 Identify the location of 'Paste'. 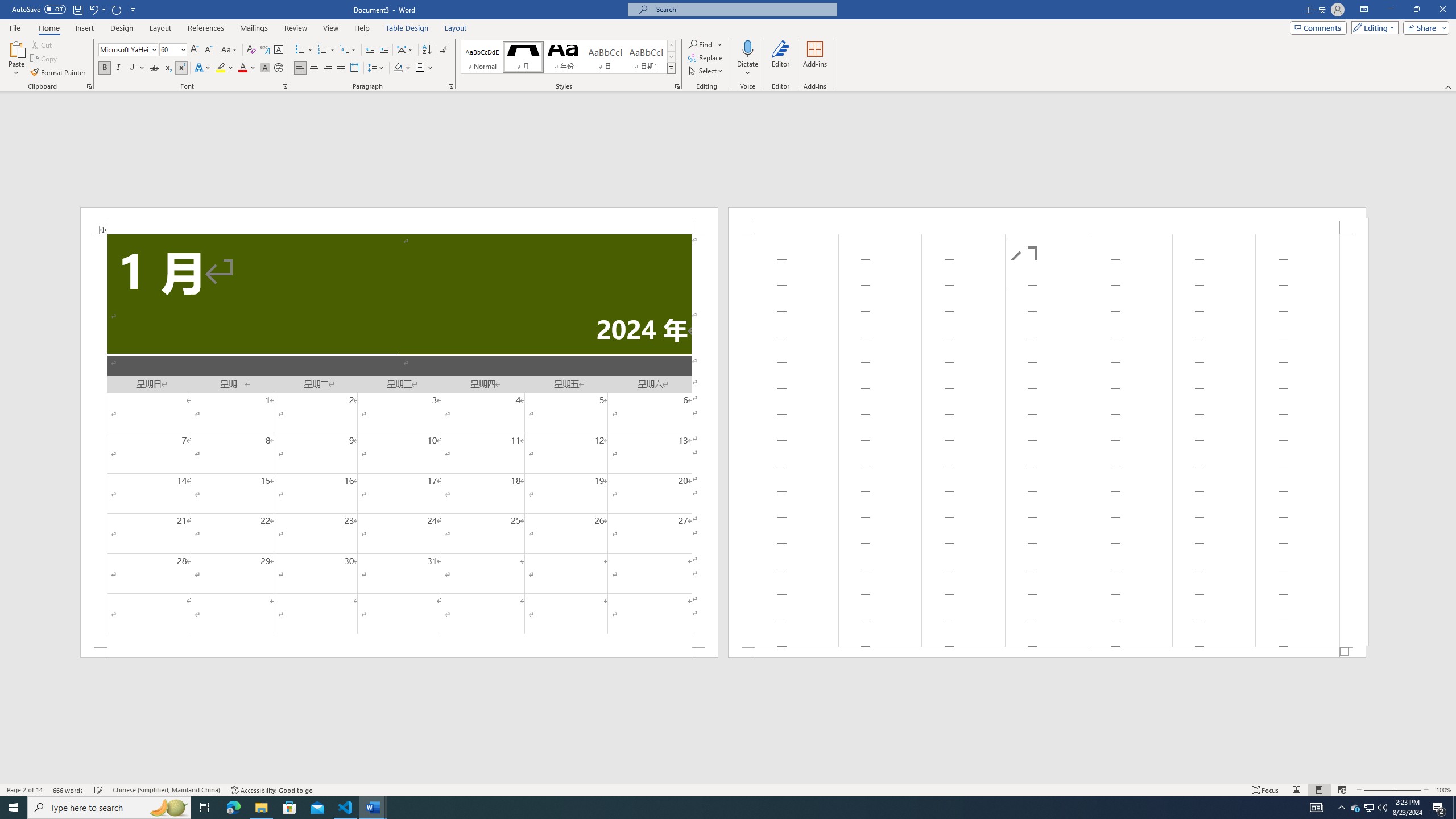
(16, 48).